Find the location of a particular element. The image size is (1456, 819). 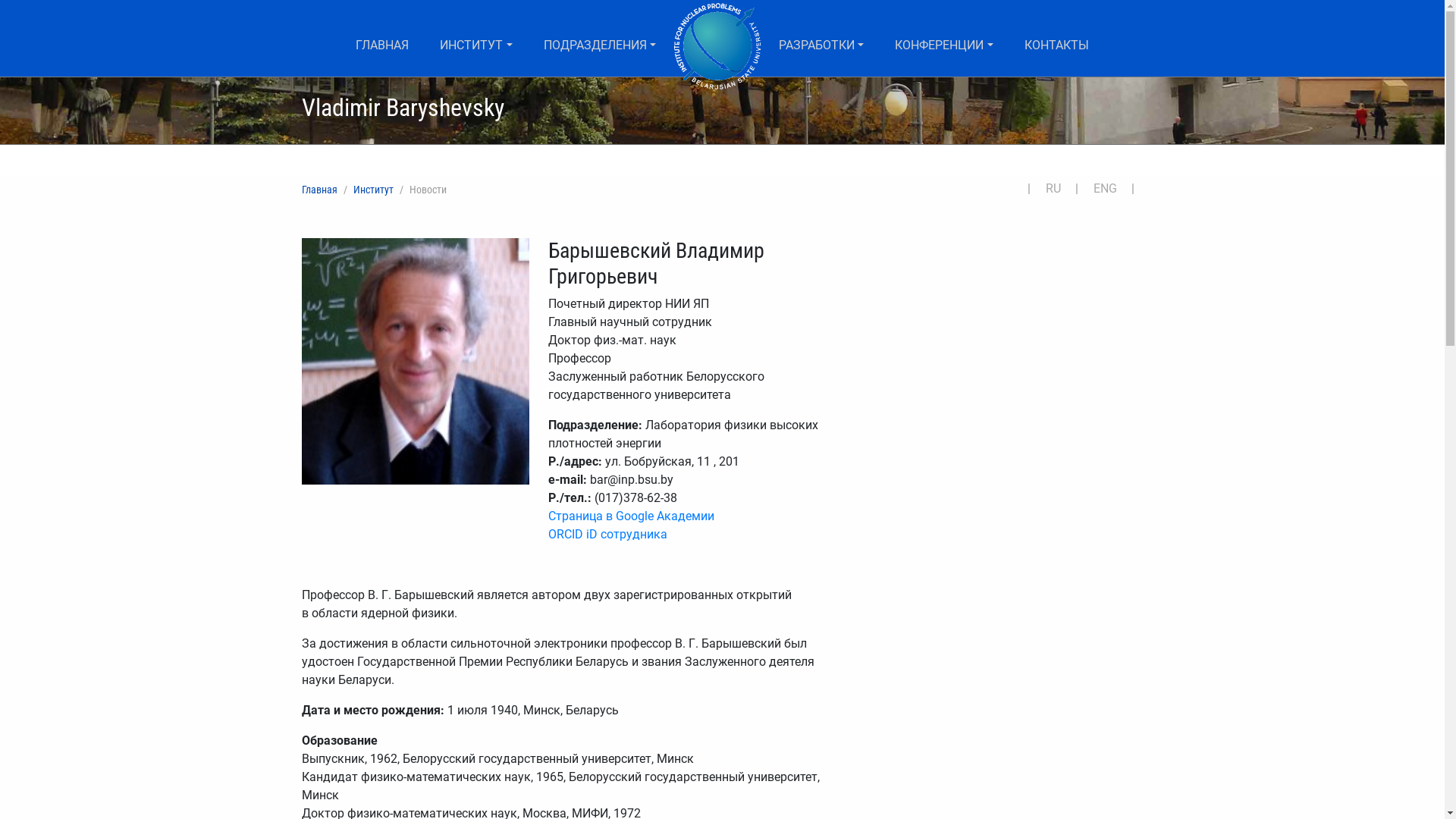

'RU' is located at coordinates (1057, 187).